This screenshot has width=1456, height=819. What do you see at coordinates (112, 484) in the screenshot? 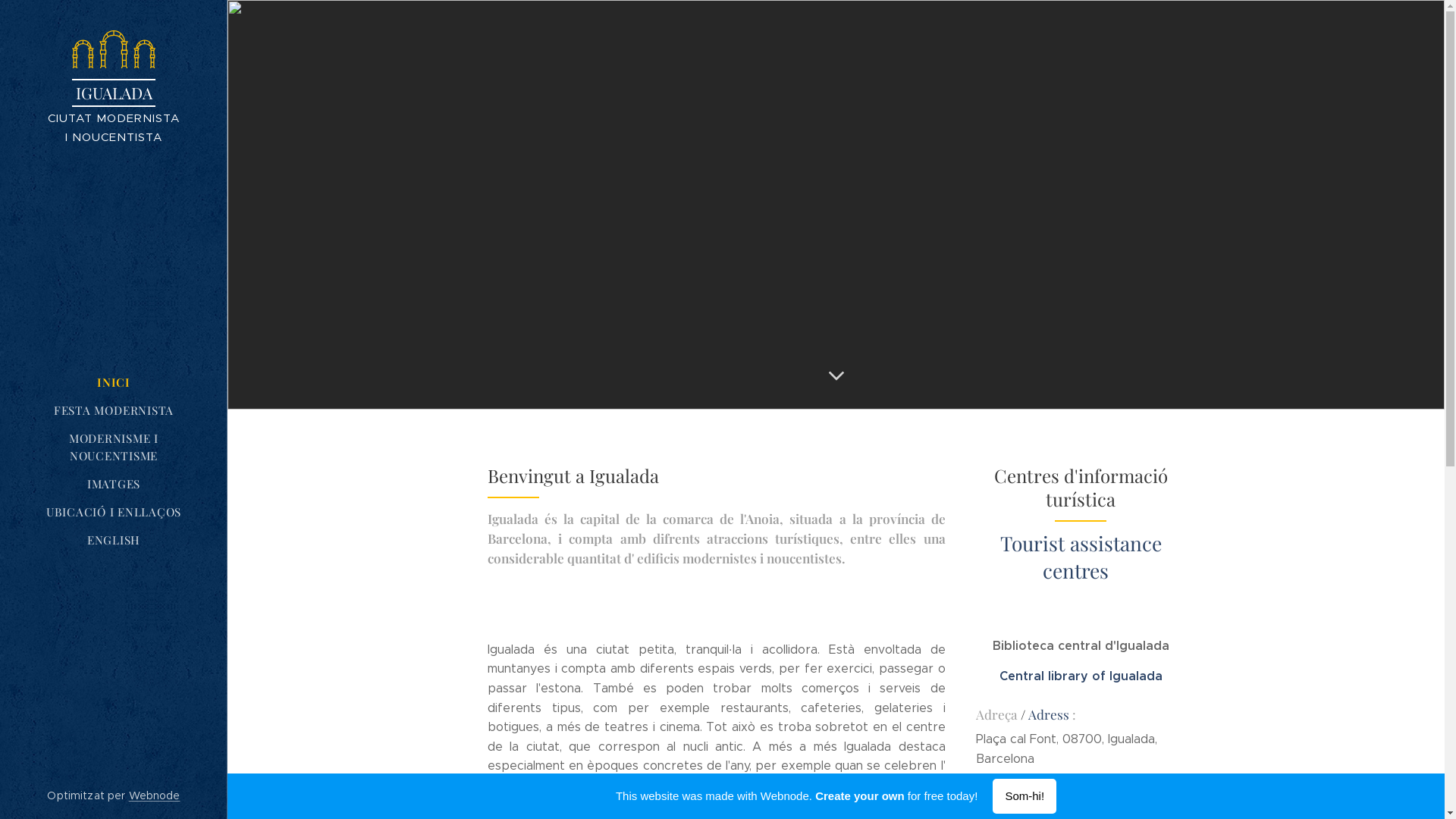
I see `'IMATGES'` at bounding box center [112, 484].